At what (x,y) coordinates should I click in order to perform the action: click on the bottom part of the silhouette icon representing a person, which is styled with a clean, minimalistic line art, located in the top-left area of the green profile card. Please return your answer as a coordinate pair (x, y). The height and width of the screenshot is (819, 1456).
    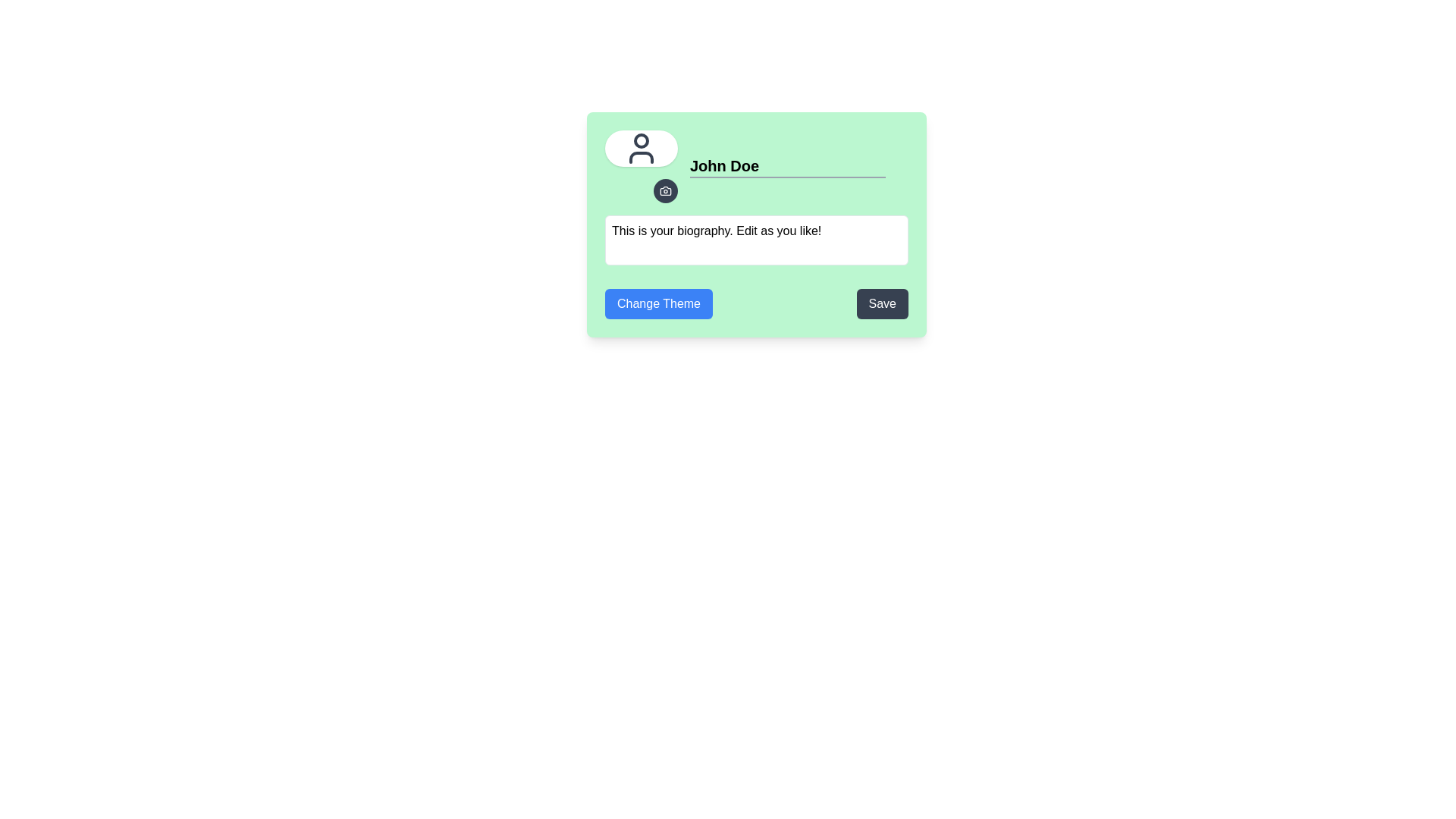
    Looking at the image, I should click on (641, 158).